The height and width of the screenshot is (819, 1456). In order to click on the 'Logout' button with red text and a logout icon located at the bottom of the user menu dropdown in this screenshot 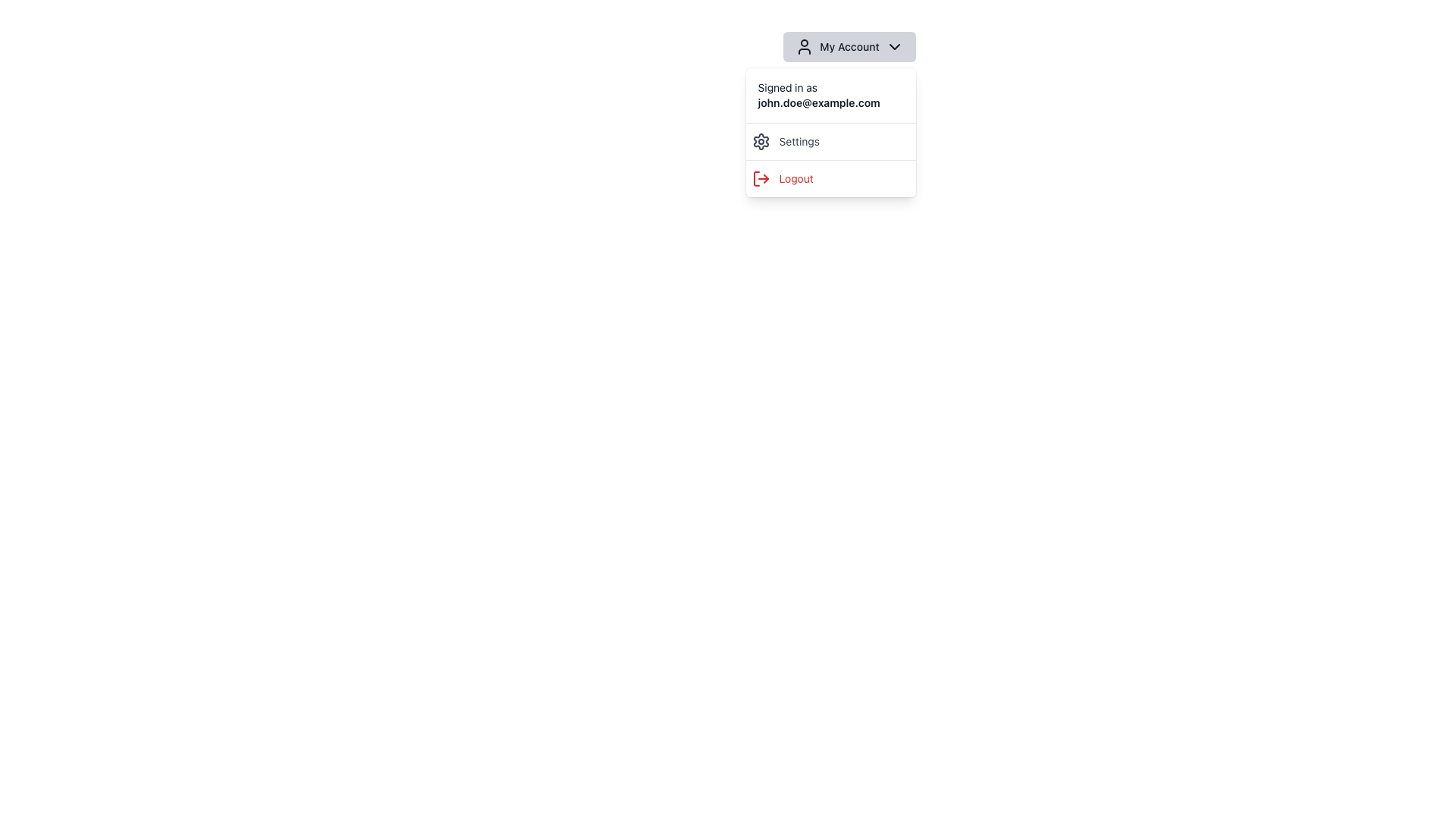, I will do `click(830, 177)`.